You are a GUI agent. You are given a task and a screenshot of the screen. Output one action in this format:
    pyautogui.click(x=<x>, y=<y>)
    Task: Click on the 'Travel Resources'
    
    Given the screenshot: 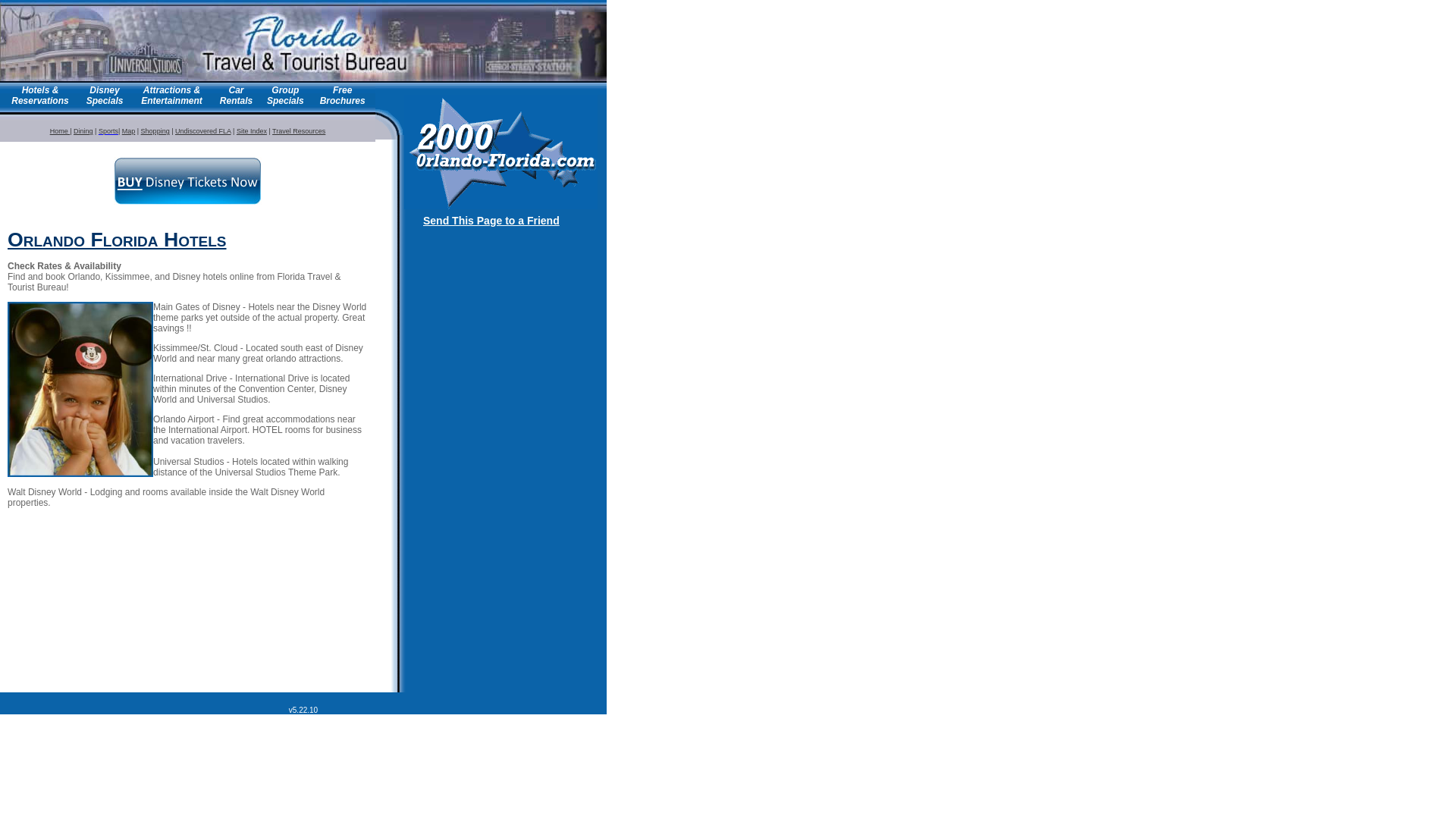 What is the action you would take?
    pyautogui.click(x=298, y=130)
    